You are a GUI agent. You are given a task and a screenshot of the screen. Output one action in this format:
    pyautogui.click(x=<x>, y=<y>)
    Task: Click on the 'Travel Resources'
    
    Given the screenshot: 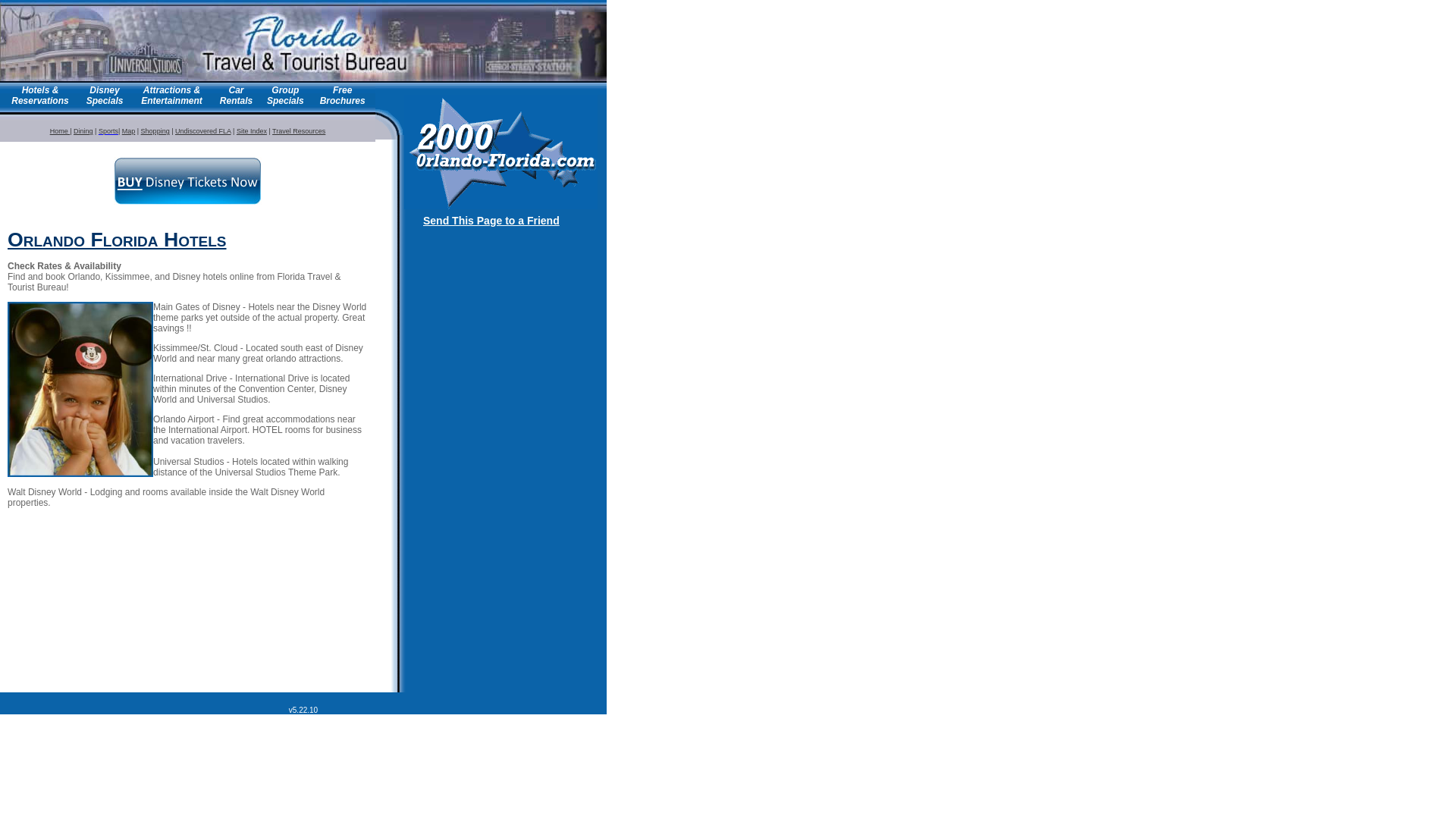 What is the action you would take?
    pyautogui.click(x=298, y=130)
    